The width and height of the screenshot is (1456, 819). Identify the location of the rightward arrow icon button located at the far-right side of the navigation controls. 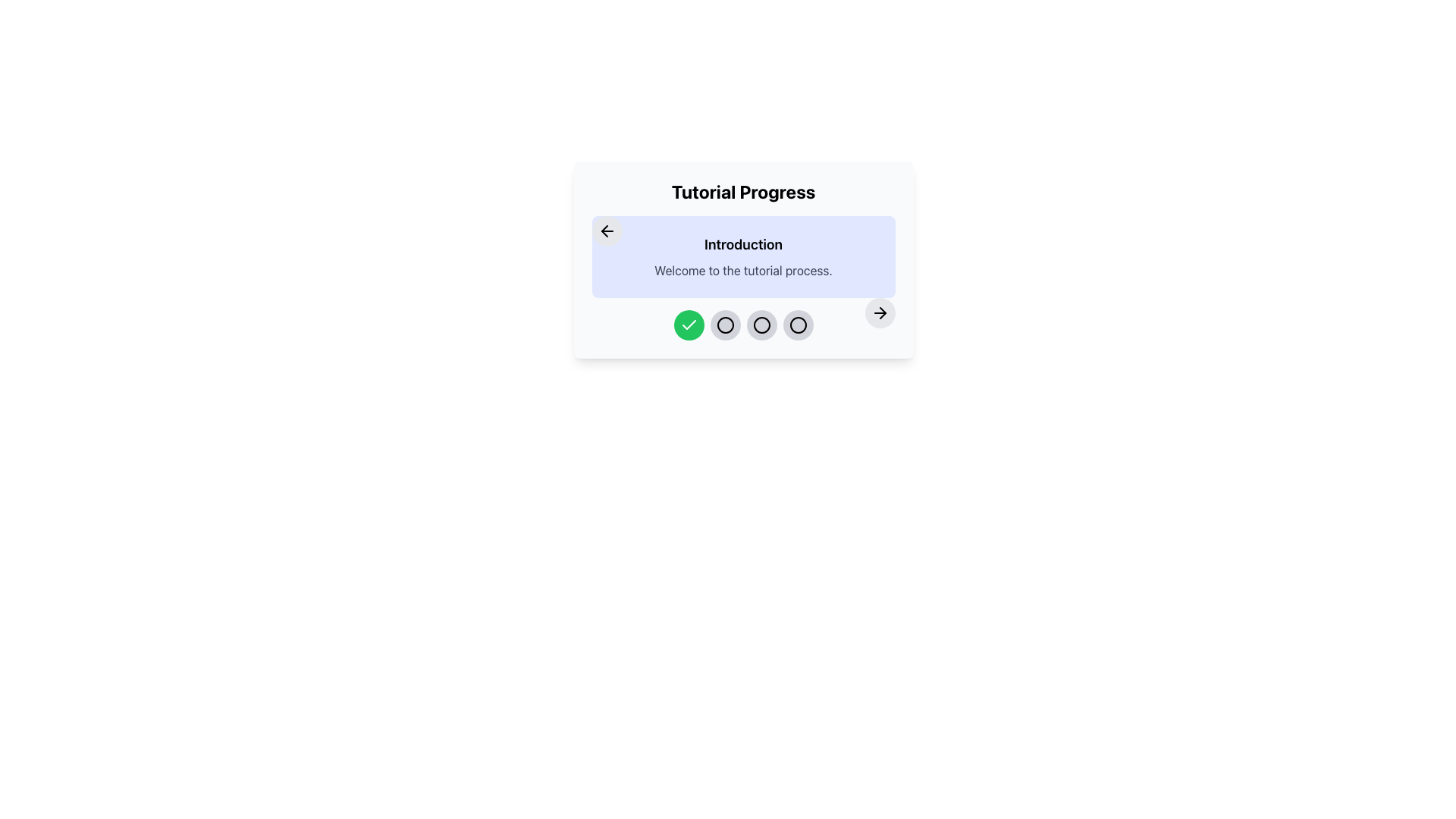
(880, 312).